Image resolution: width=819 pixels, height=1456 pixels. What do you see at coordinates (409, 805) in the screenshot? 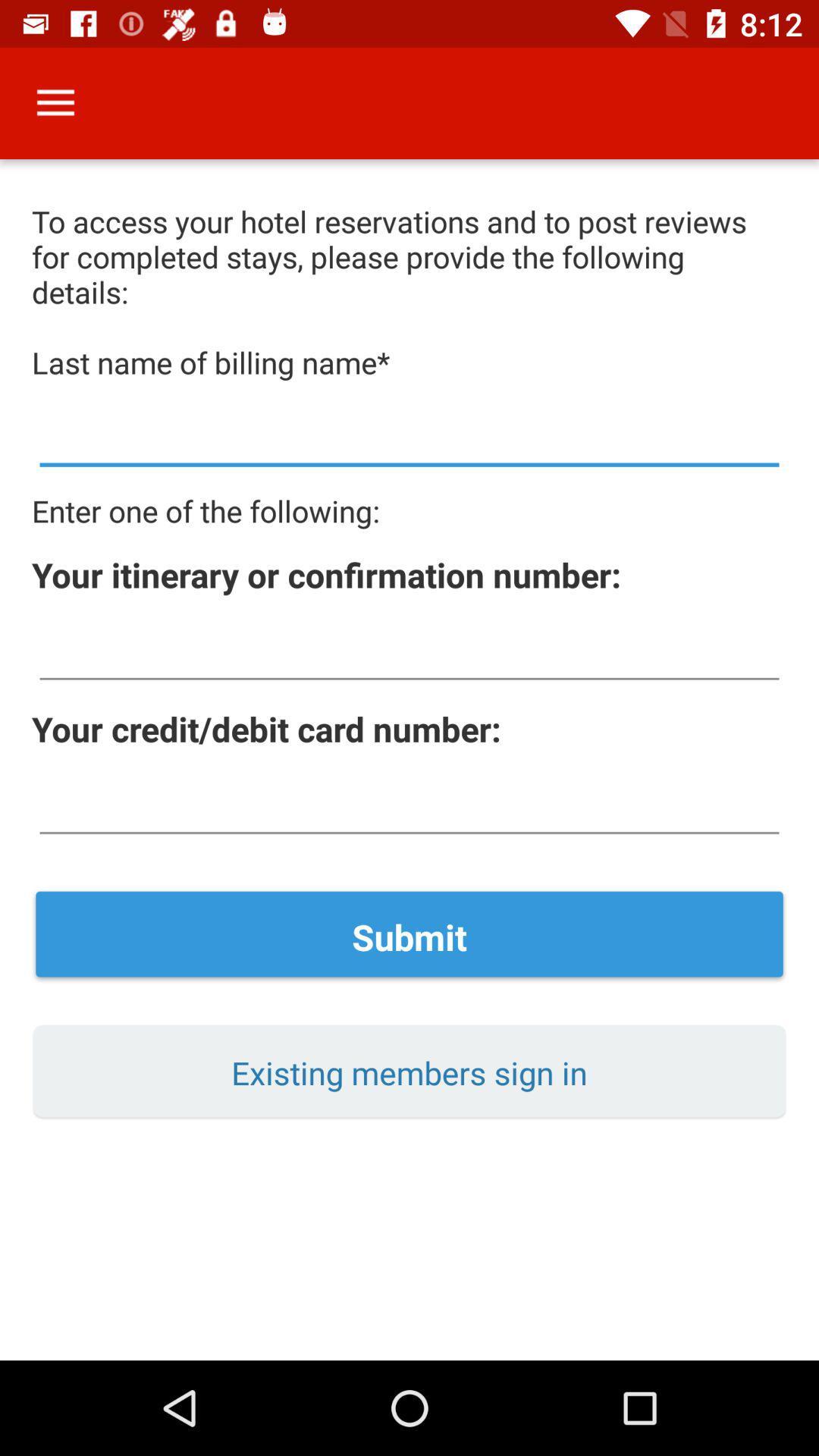
I see `input card number` at bounding box center [409, 805].